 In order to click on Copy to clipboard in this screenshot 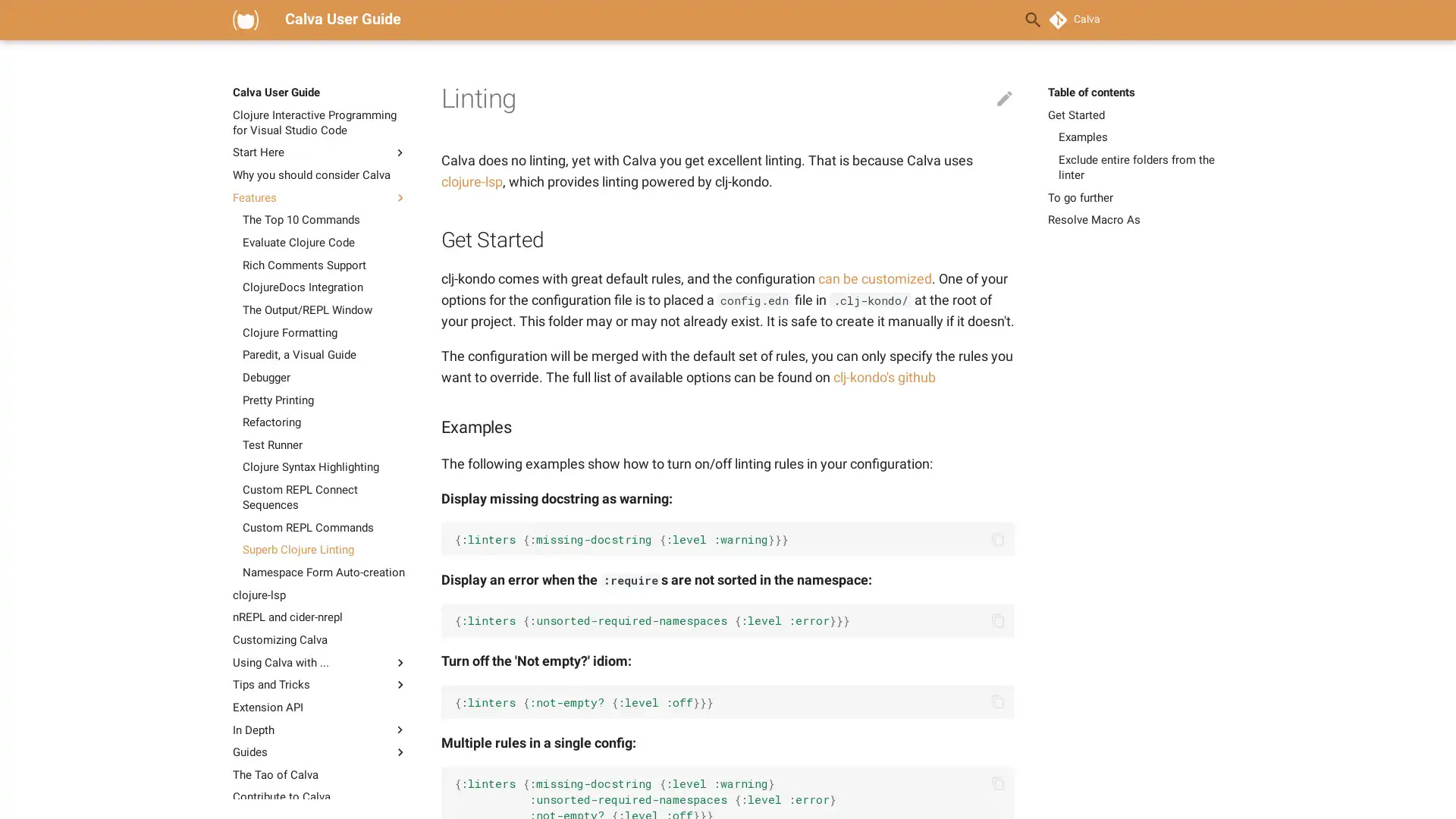, I will do `click(997, 620)`.